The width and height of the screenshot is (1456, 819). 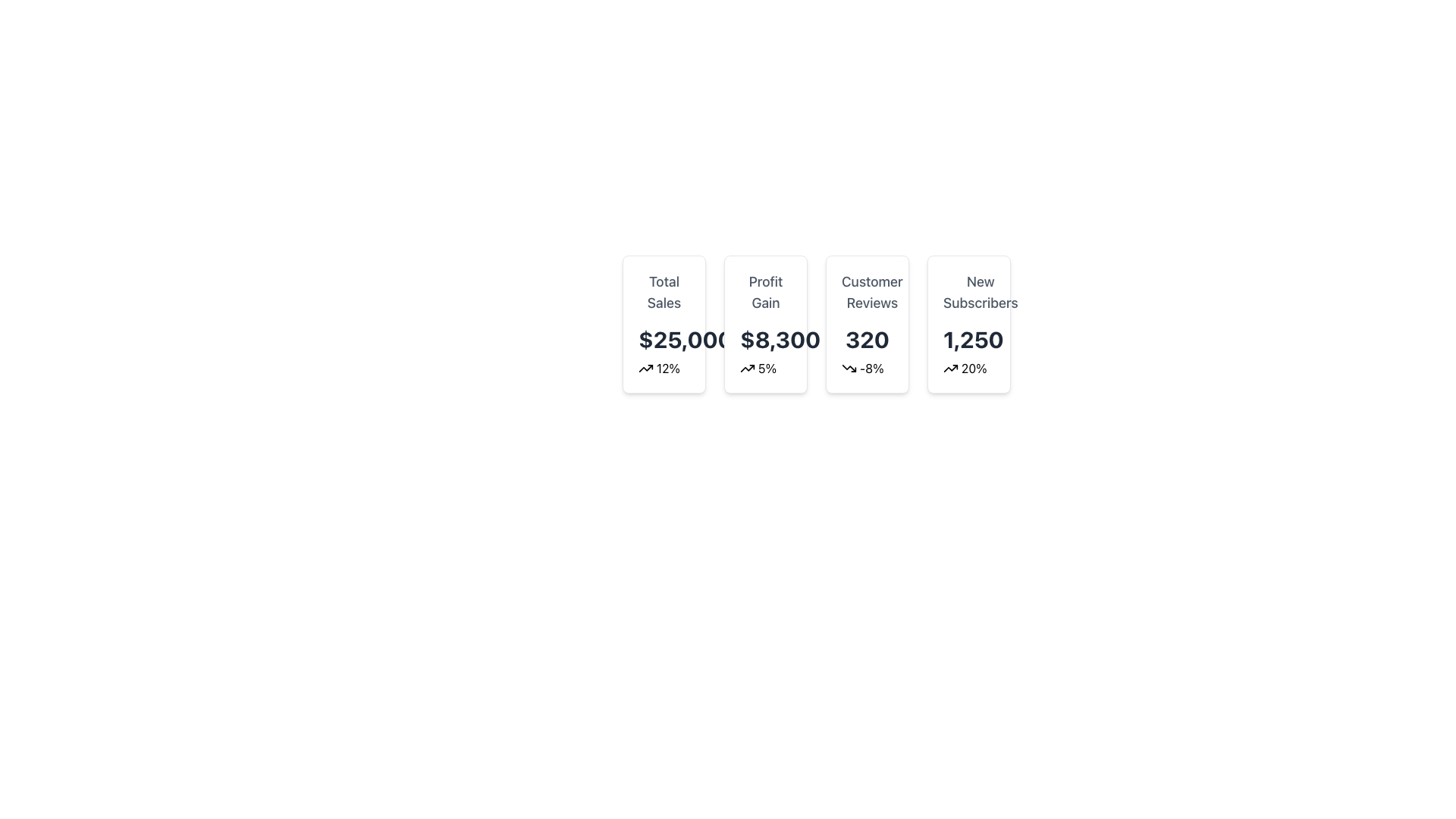 I want to click on the text component displaying '5%' in green color, located within the 'Profit Gain' card and adjacent to the trending icon, so click(x=767, y=369).